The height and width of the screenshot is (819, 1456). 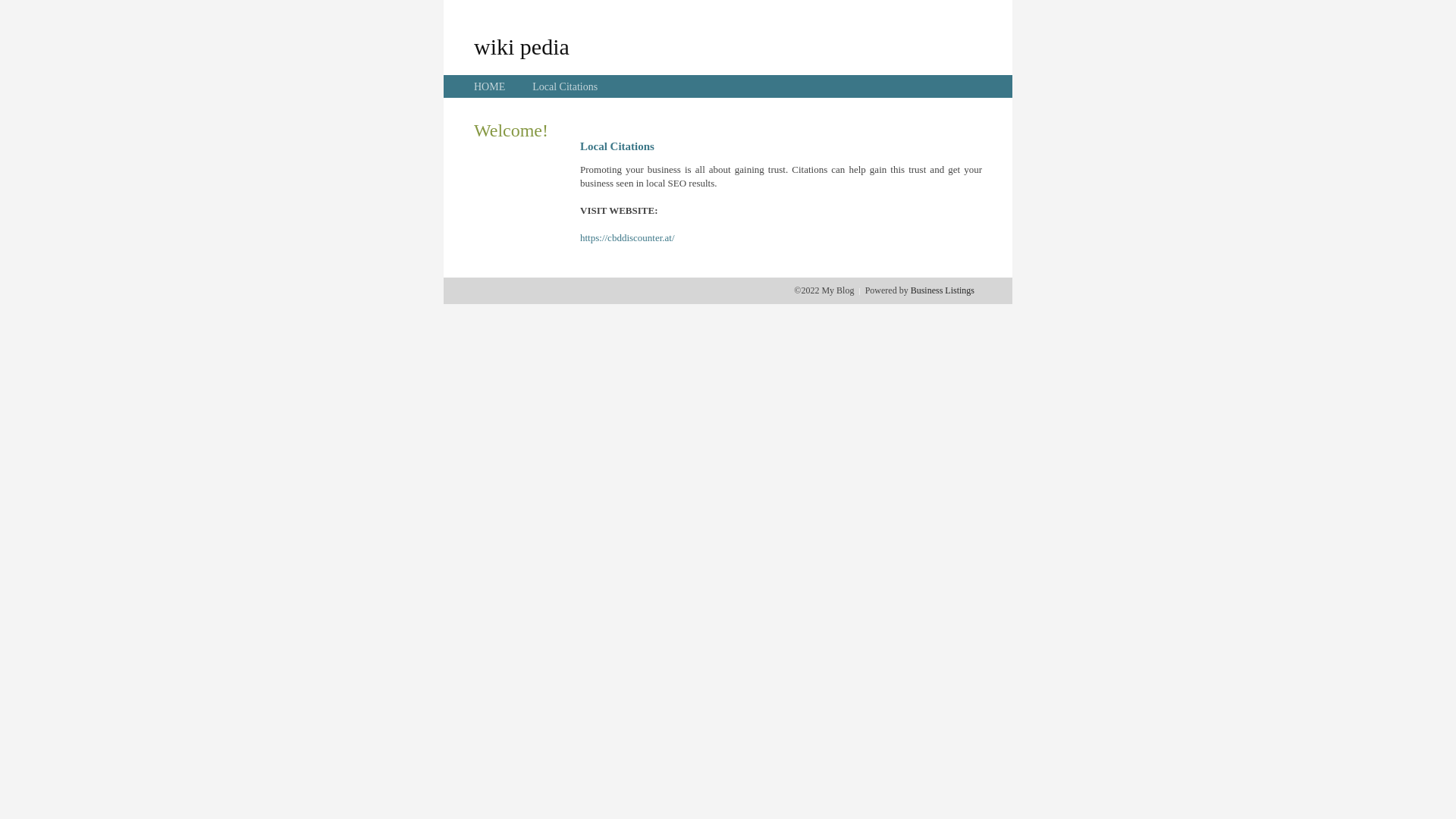 What do you see at coordinates (521, 45) in the screenshot?
I see `'wiki pedia'` at bounding box center [521, 45].